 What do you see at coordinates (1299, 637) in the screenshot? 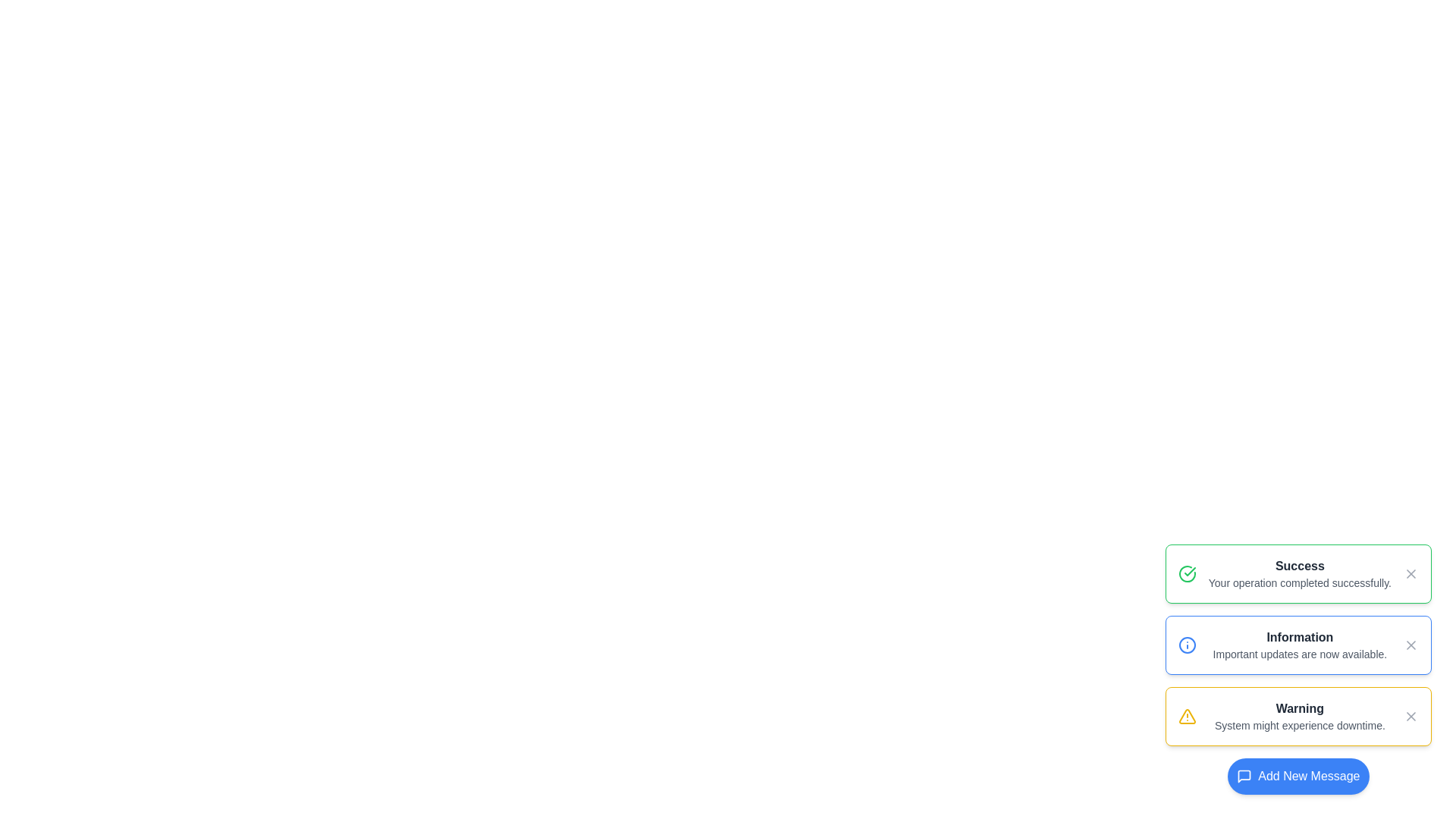
I see `title text of the second notification box, which provides context for the message about important updates` at bounding box center [1299, 637].